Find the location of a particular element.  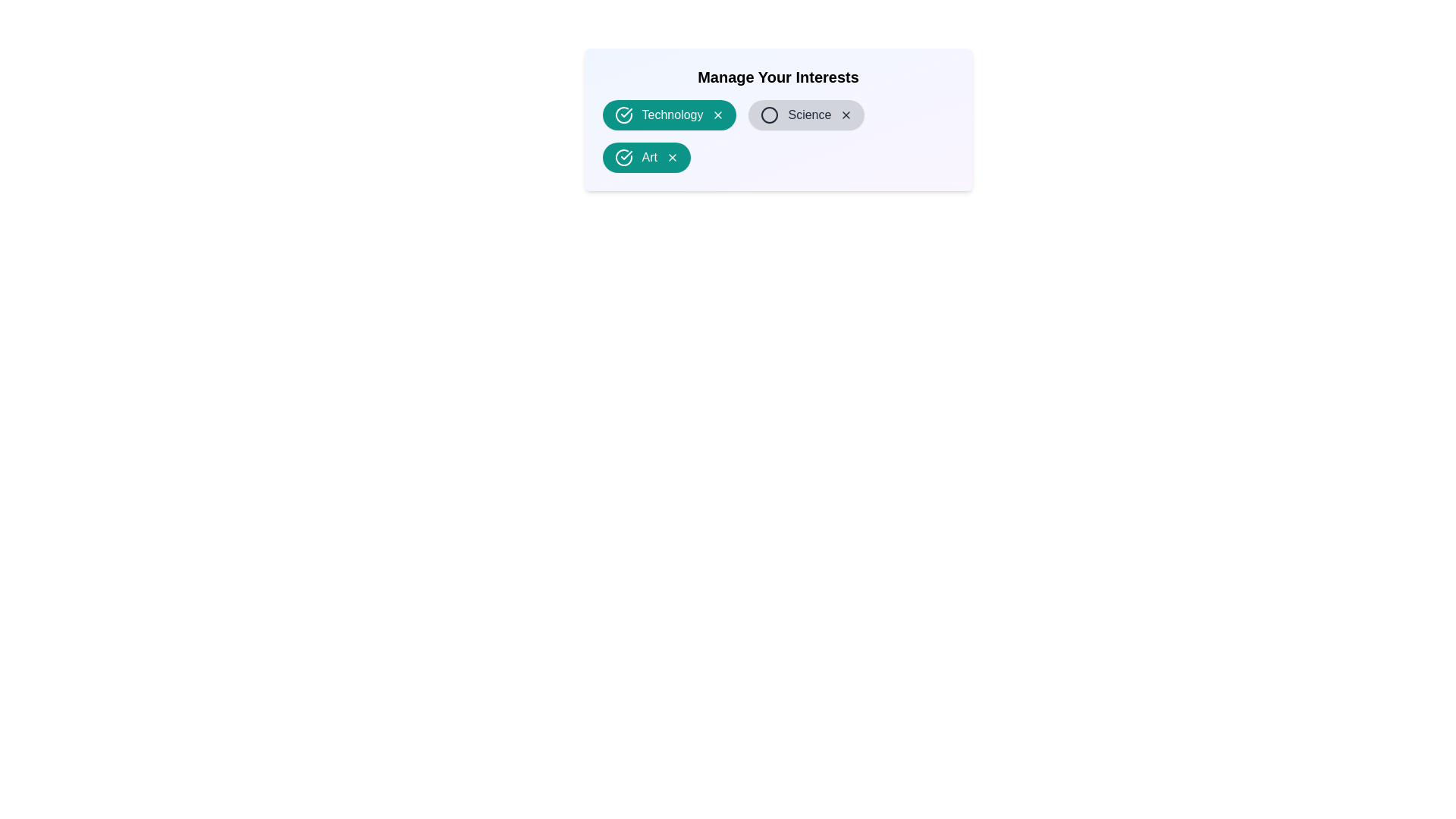

the tag labeled Art by clicking the close (X) icon next to it is located at coordinates (672, 158).